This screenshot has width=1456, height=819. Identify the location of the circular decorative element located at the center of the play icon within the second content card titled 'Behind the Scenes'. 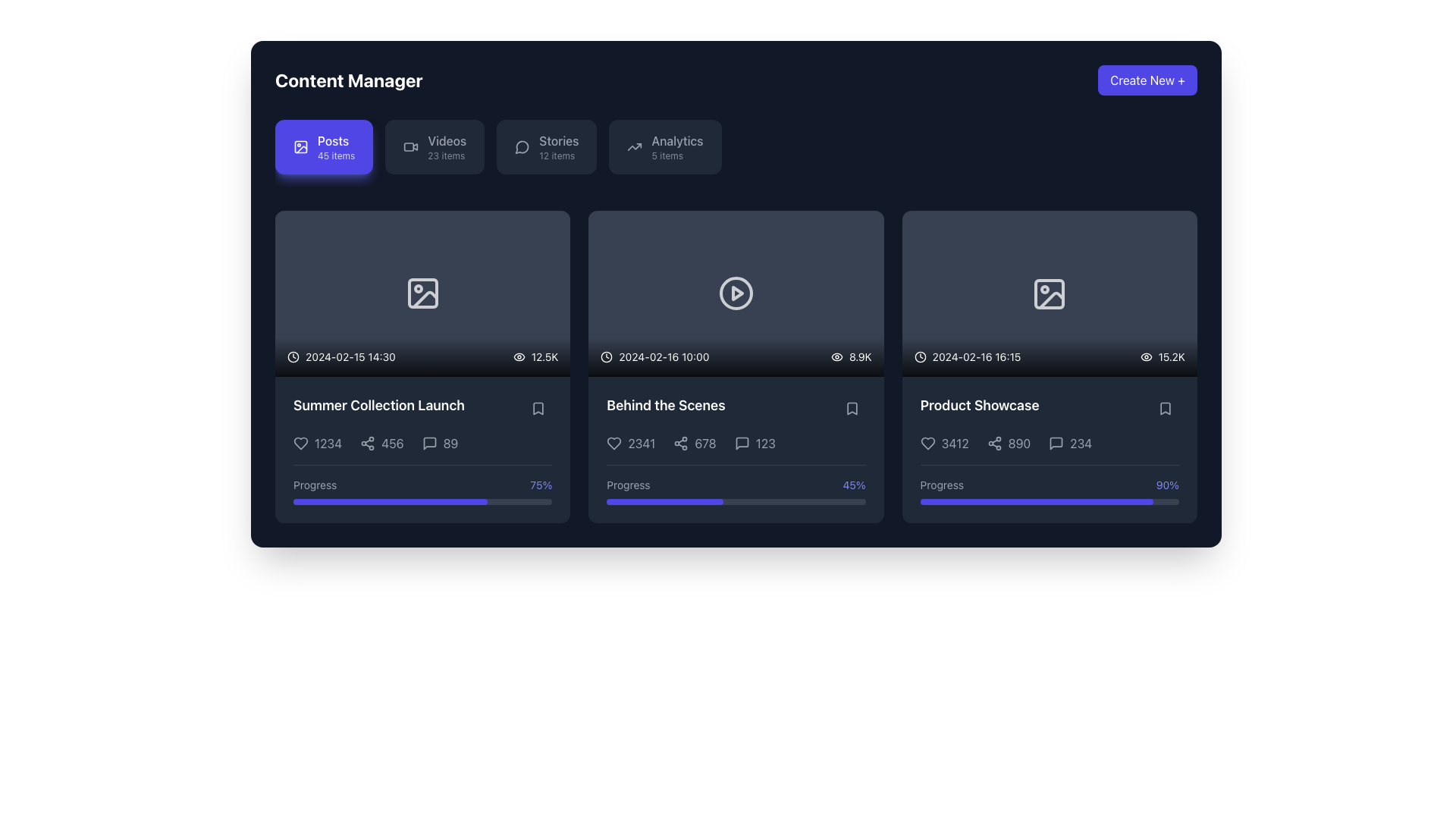
(736, 293).